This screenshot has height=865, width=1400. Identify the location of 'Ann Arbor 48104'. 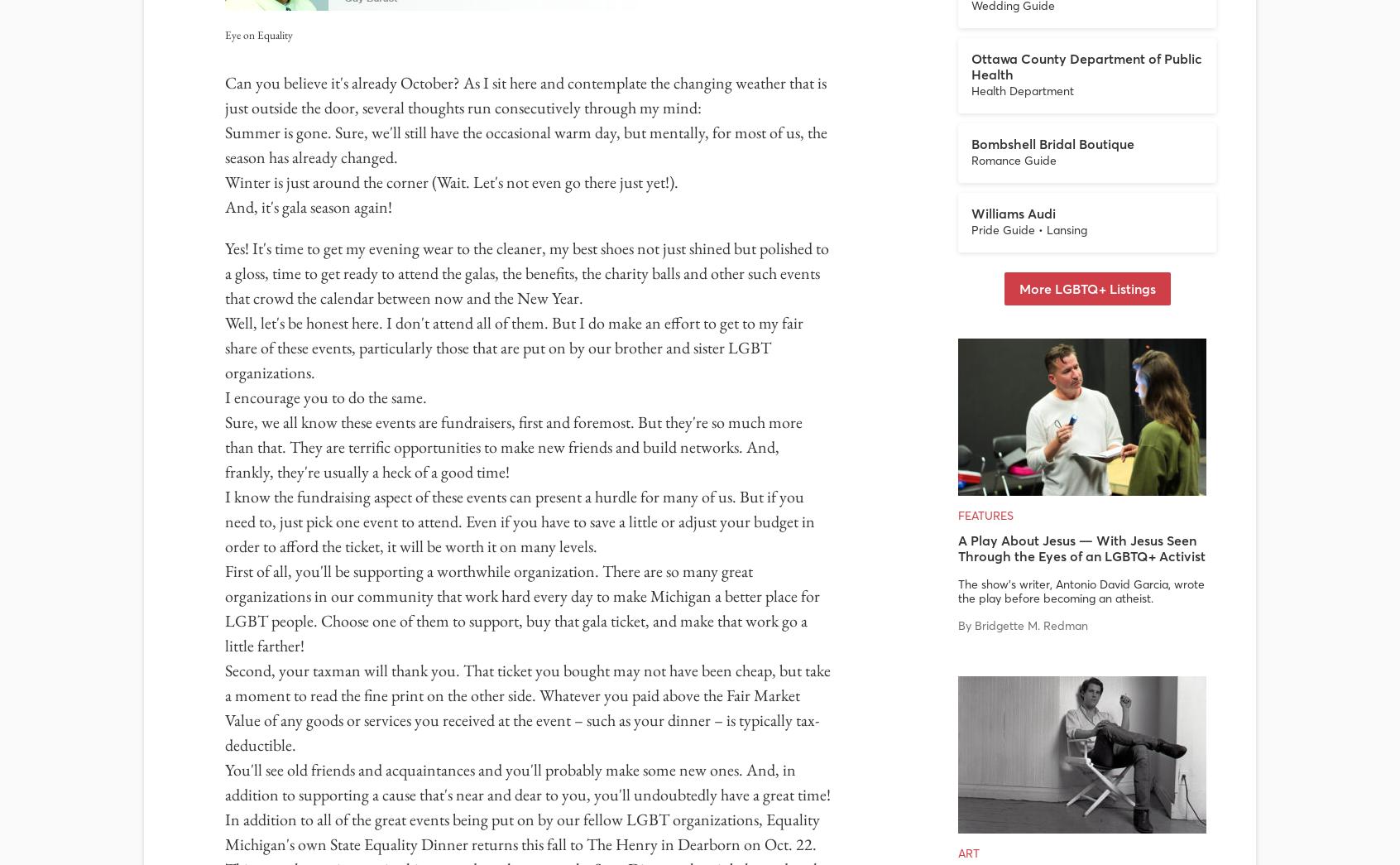
(233, 656).